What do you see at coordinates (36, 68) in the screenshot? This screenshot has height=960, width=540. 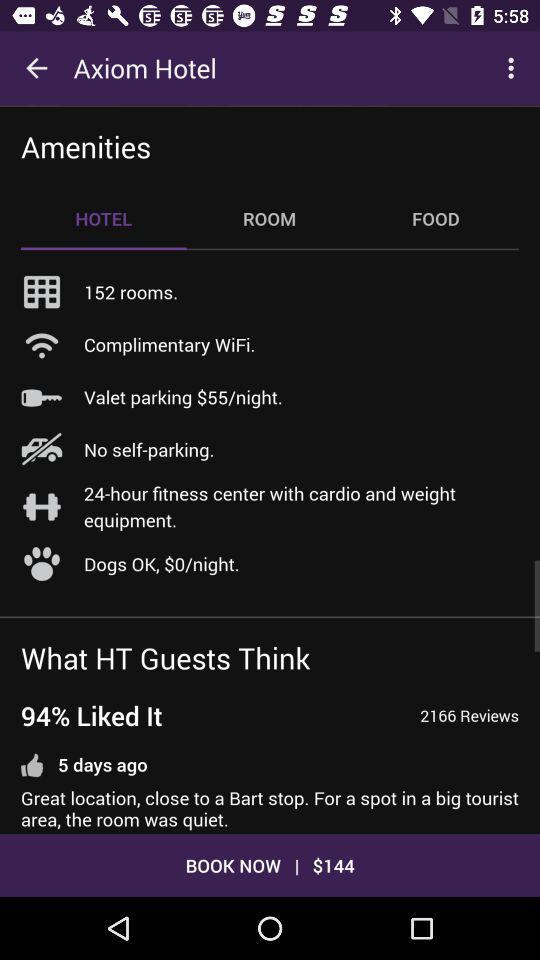 I see `icon to the left of the axiom hotel icon` at bounding box center [36, 68].